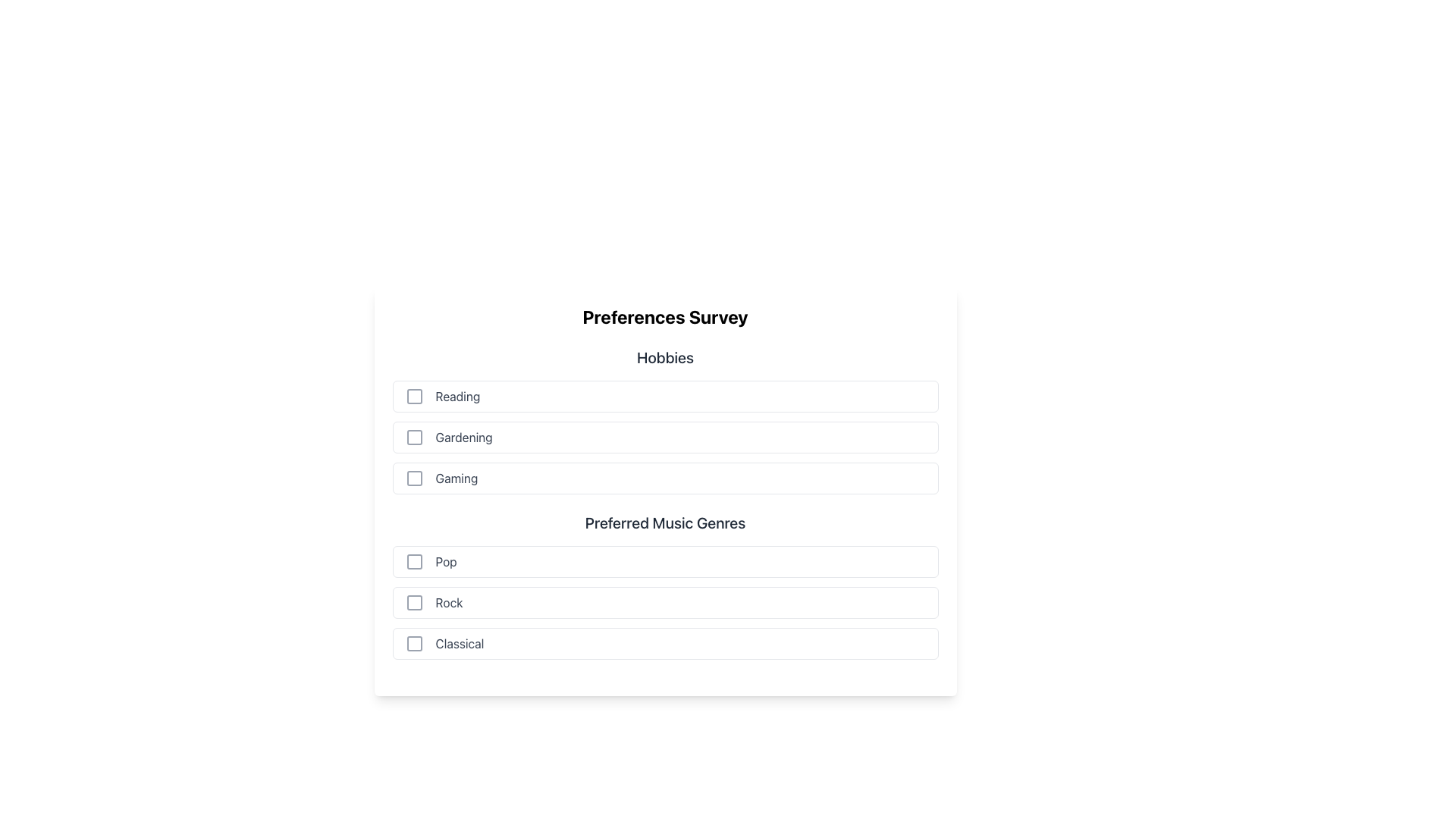 This screenshot has height=819, width=1456. I want to click on the text label 'Gardening', which is styled in light gray color and positioned under the title 'Hobbies', to the right of a checkbox icon, so click(463, 438).